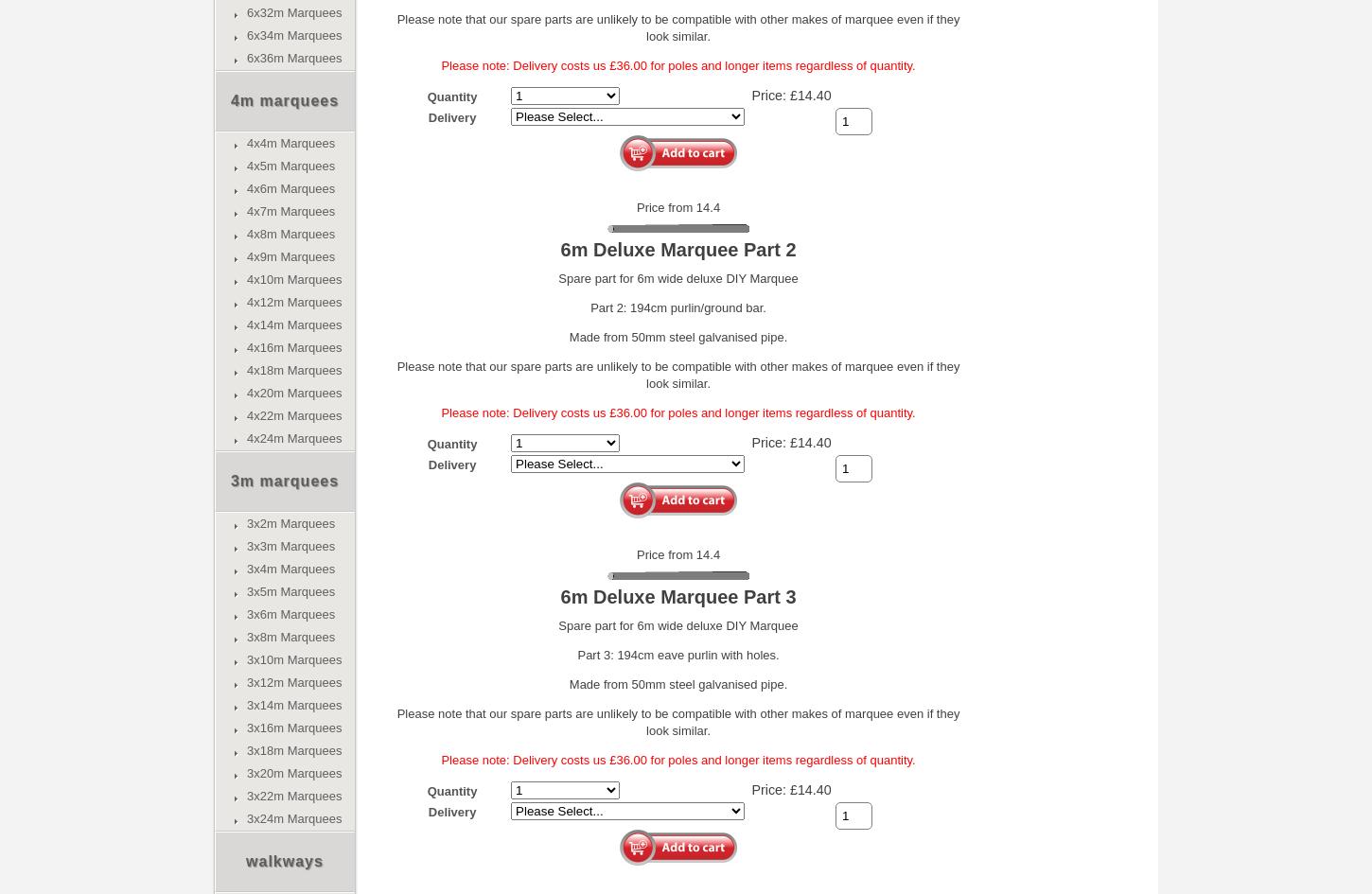 The image size is (1372, 894). What do you see at coordinates (294, 279) in the screenshot?
I see `'4x10m Marquees'` at bounding box center [294, 279].